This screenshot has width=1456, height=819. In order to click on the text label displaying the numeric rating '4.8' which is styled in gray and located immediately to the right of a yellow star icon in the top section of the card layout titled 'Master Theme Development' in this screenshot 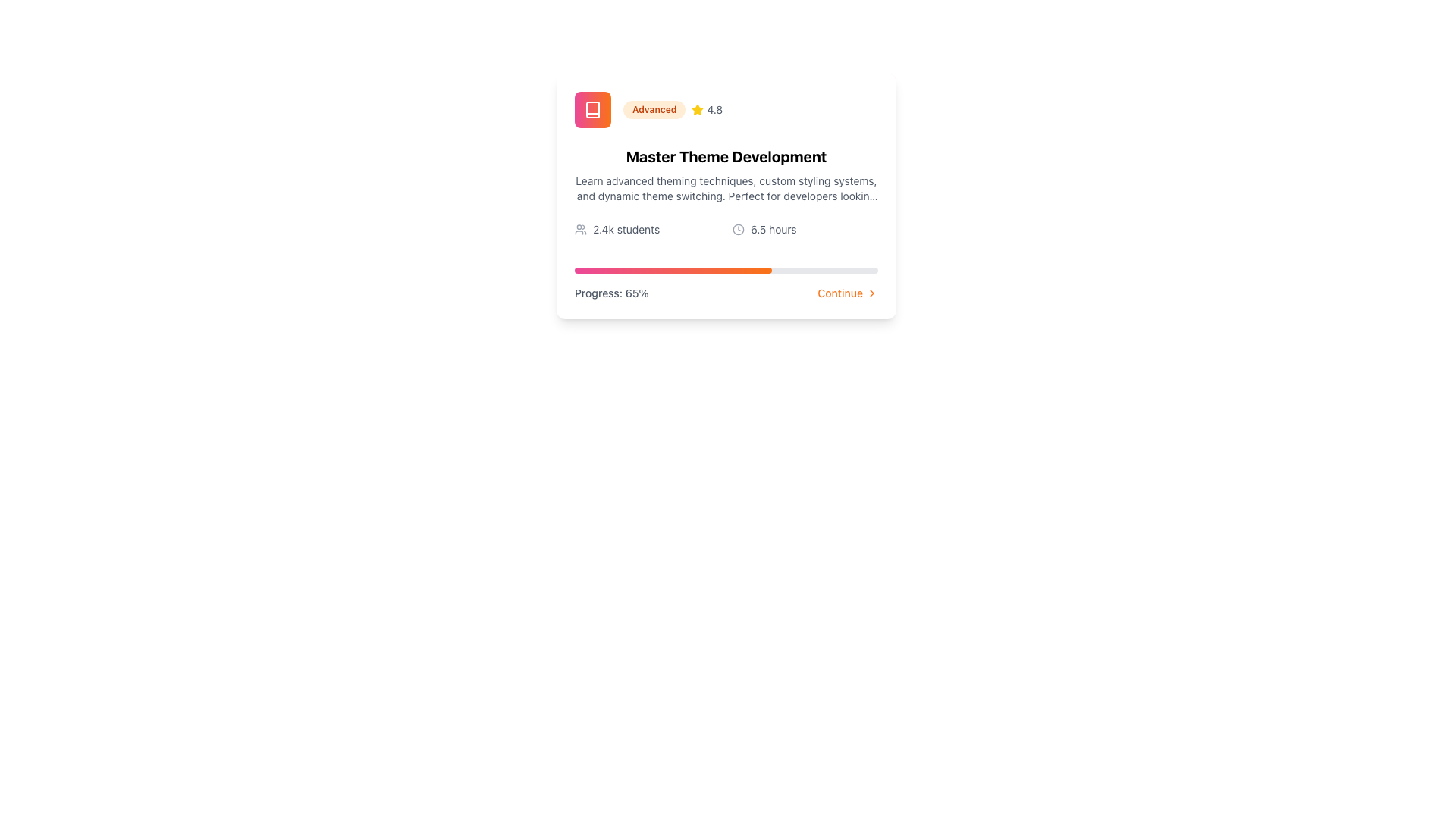, I will do `click(714, 109)`.